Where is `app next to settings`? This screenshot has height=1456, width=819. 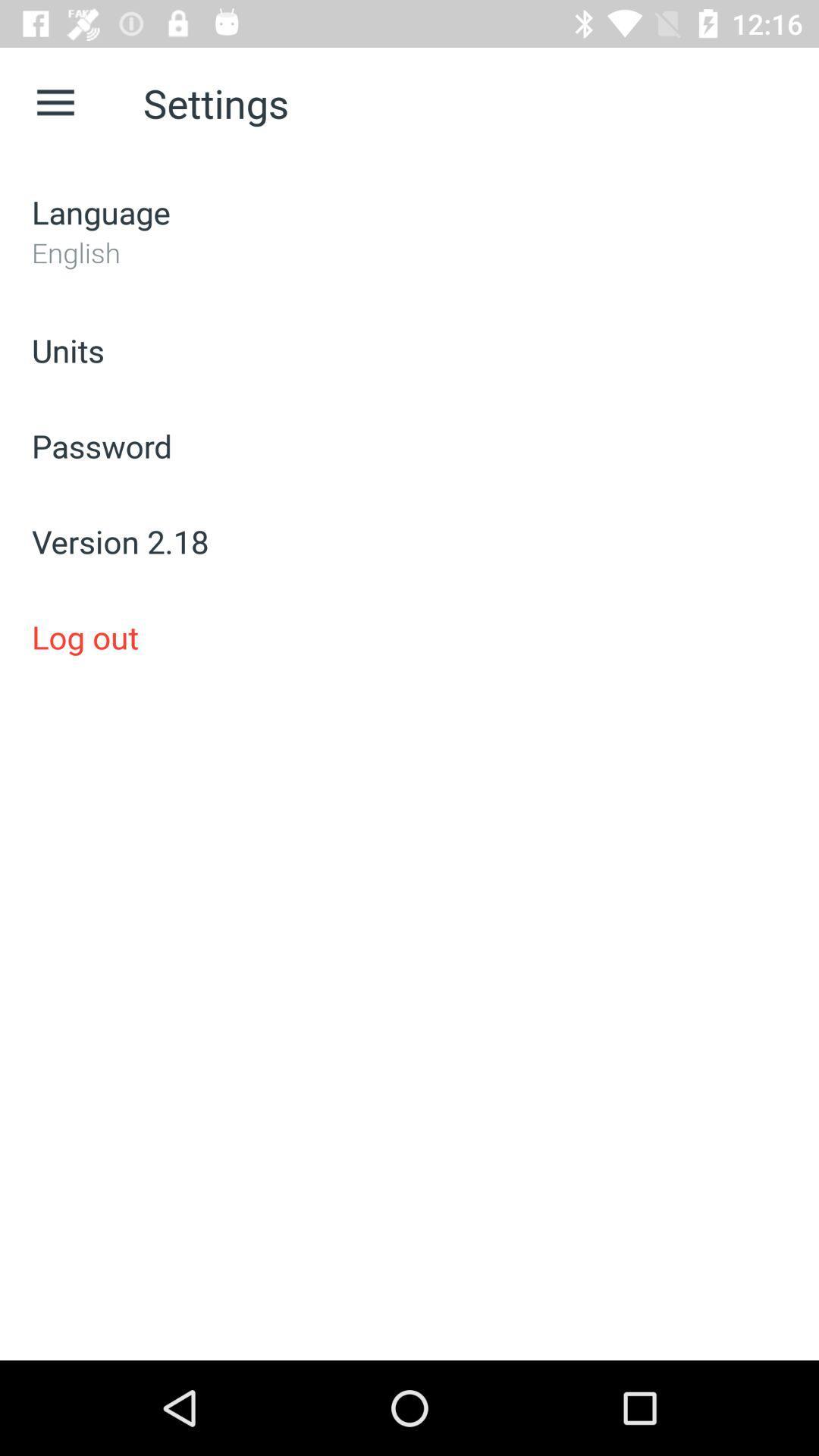
app next to settings is located at coordinates (55, 102).